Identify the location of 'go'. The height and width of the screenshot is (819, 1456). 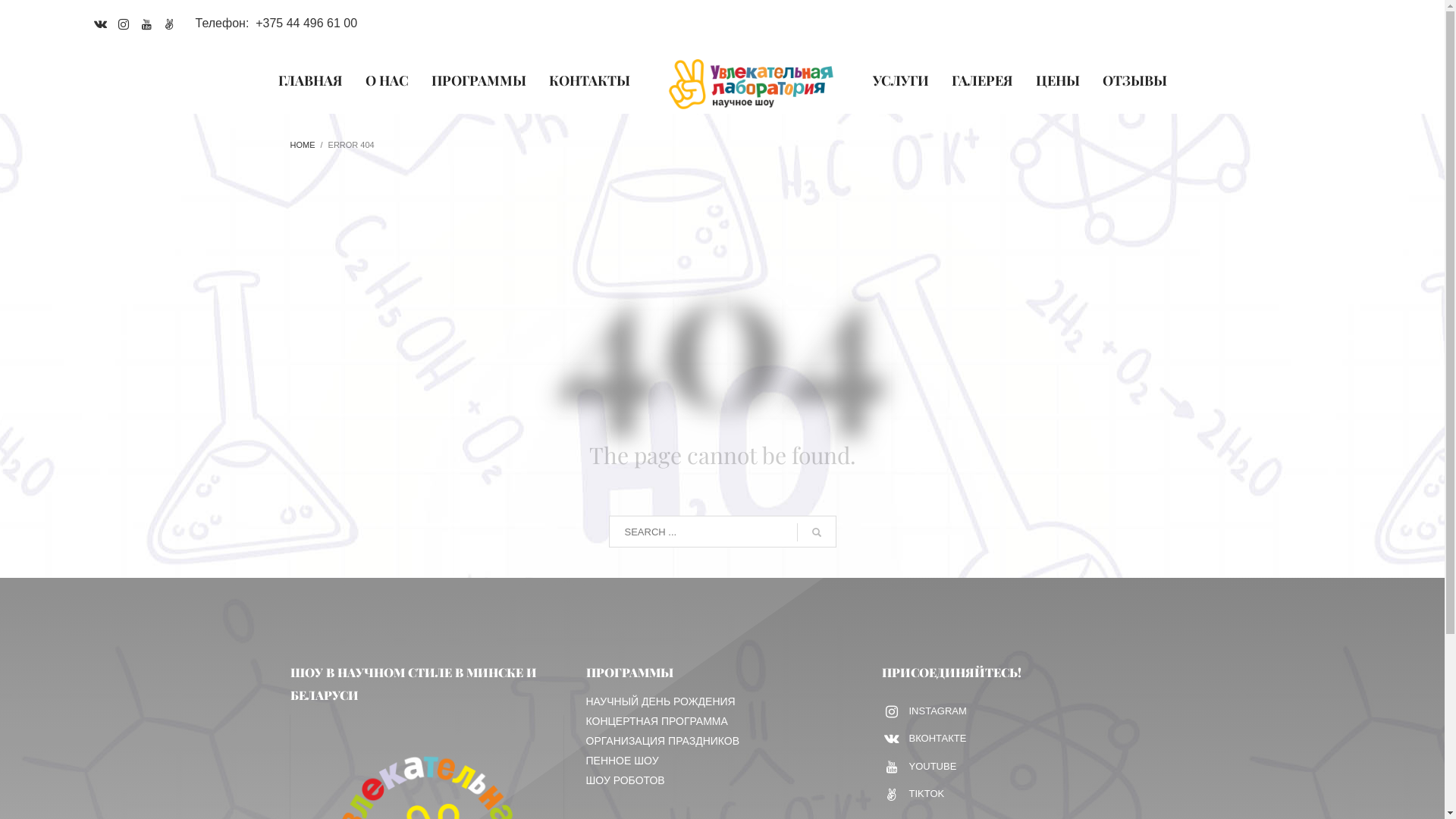
(795, 532).